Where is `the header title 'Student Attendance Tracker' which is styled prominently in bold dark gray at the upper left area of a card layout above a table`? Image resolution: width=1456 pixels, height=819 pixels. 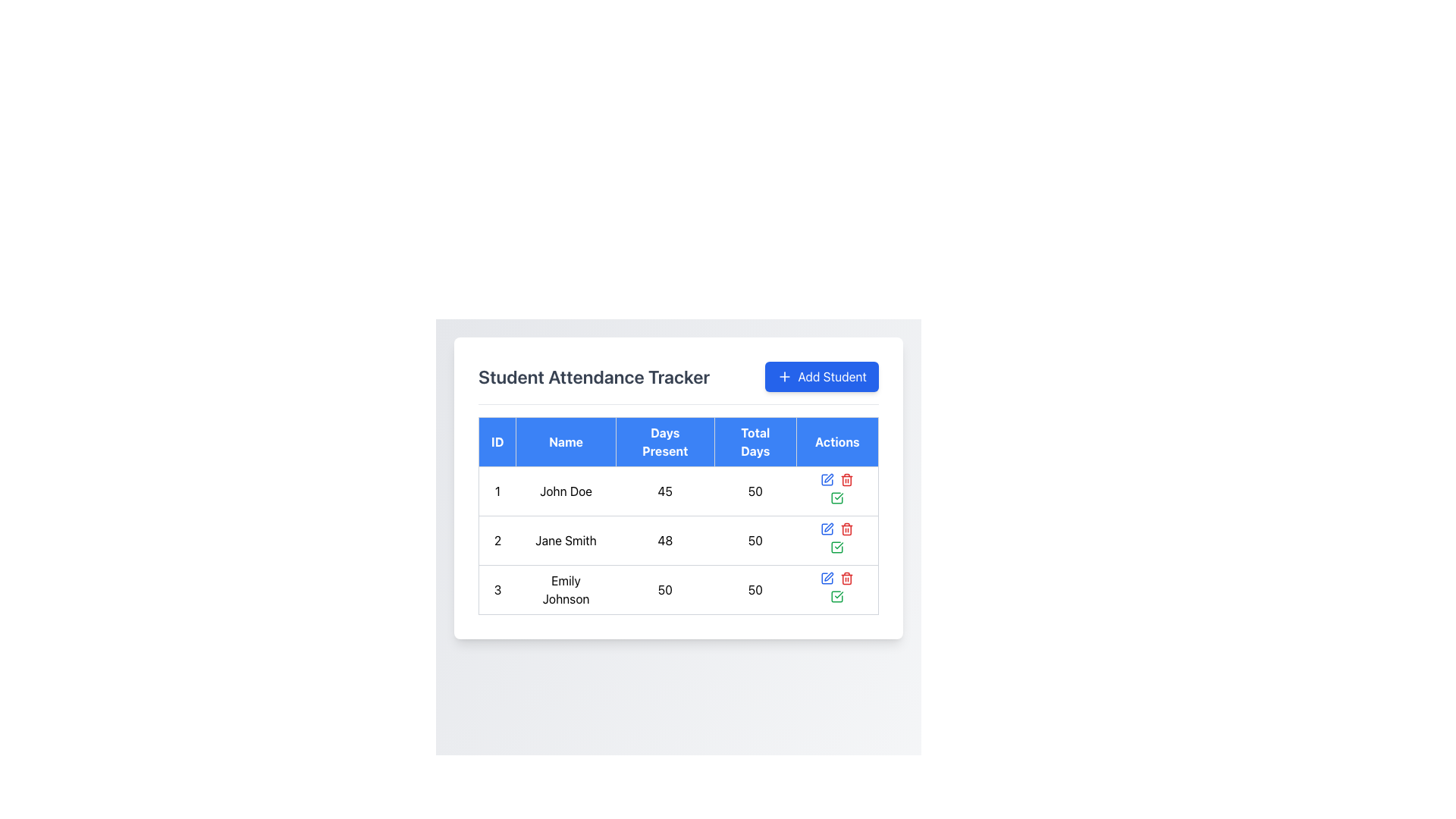
the header title 'Student Attendance Tracker' which is styled prominently in bold dark gray at the upper left area of a card layout above a table is located at coordinates (593, 376).